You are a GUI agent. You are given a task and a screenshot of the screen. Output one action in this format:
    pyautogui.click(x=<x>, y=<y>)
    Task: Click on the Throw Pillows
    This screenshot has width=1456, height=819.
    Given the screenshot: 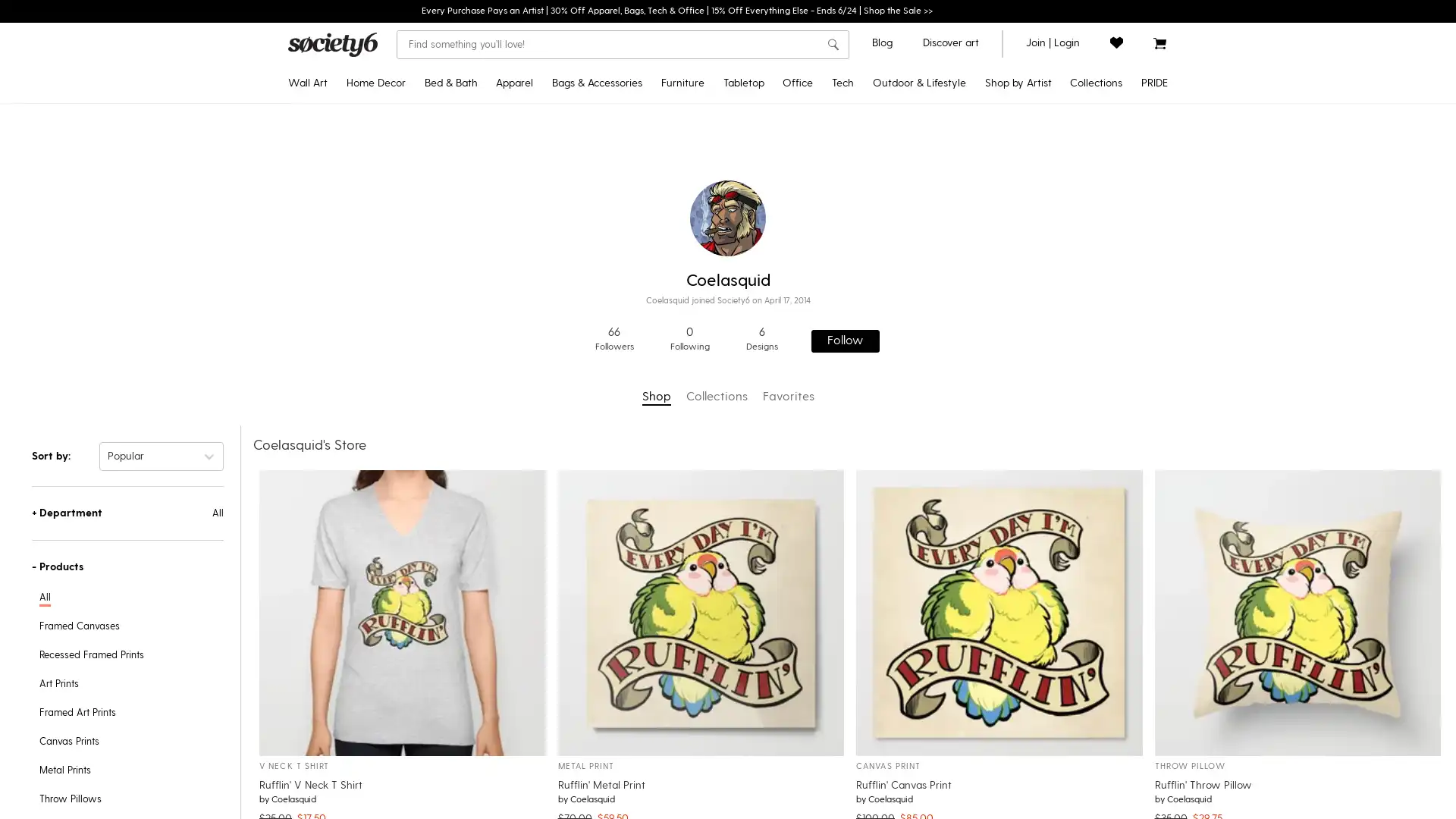 What is the action you would take?
    pyautogui.click(x=404, y=146)
    